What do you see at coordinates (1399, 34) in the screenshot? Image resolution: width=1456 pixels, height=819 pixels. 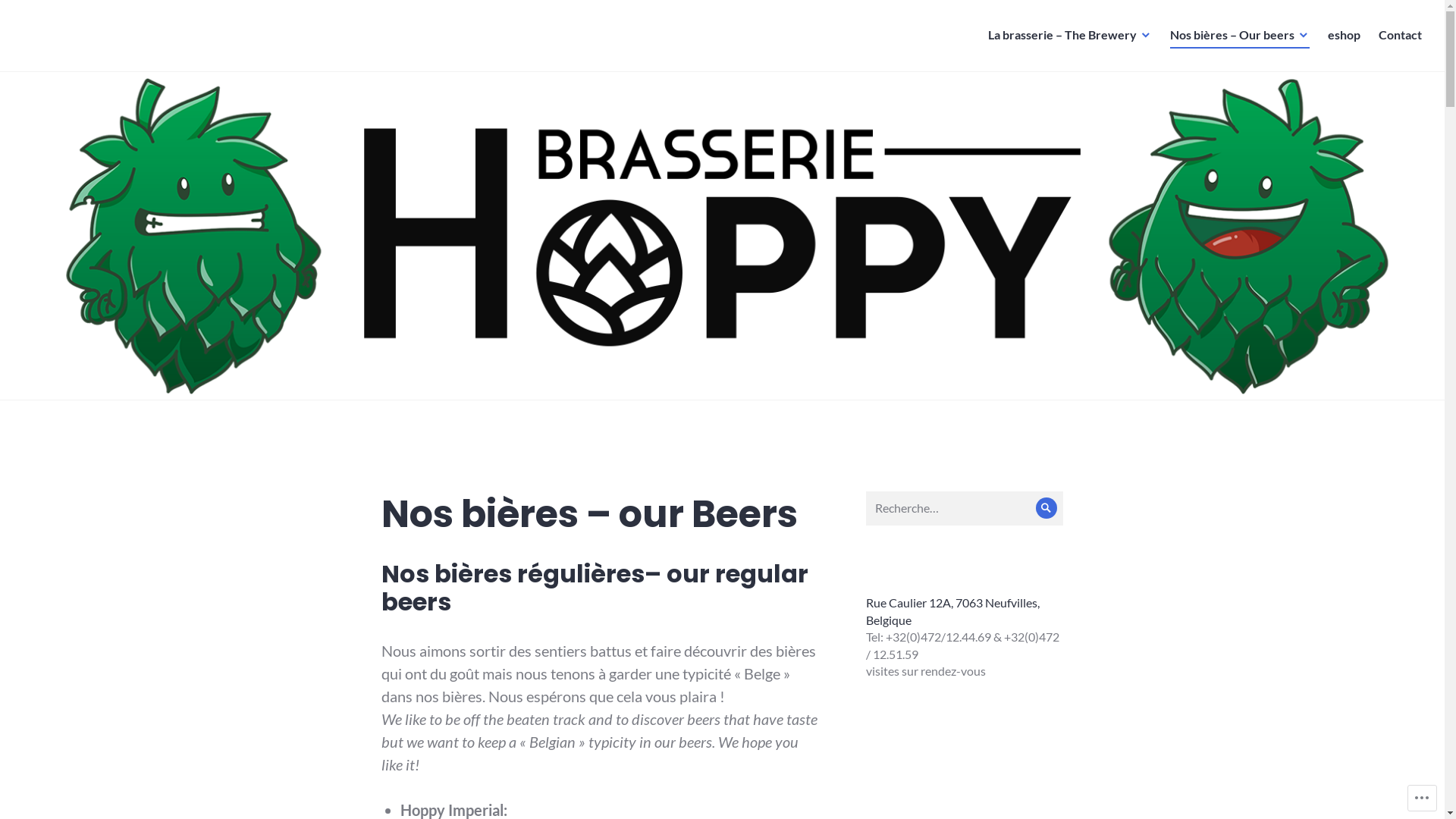 I see `'Contact'` at bounding box center [1399, 34].